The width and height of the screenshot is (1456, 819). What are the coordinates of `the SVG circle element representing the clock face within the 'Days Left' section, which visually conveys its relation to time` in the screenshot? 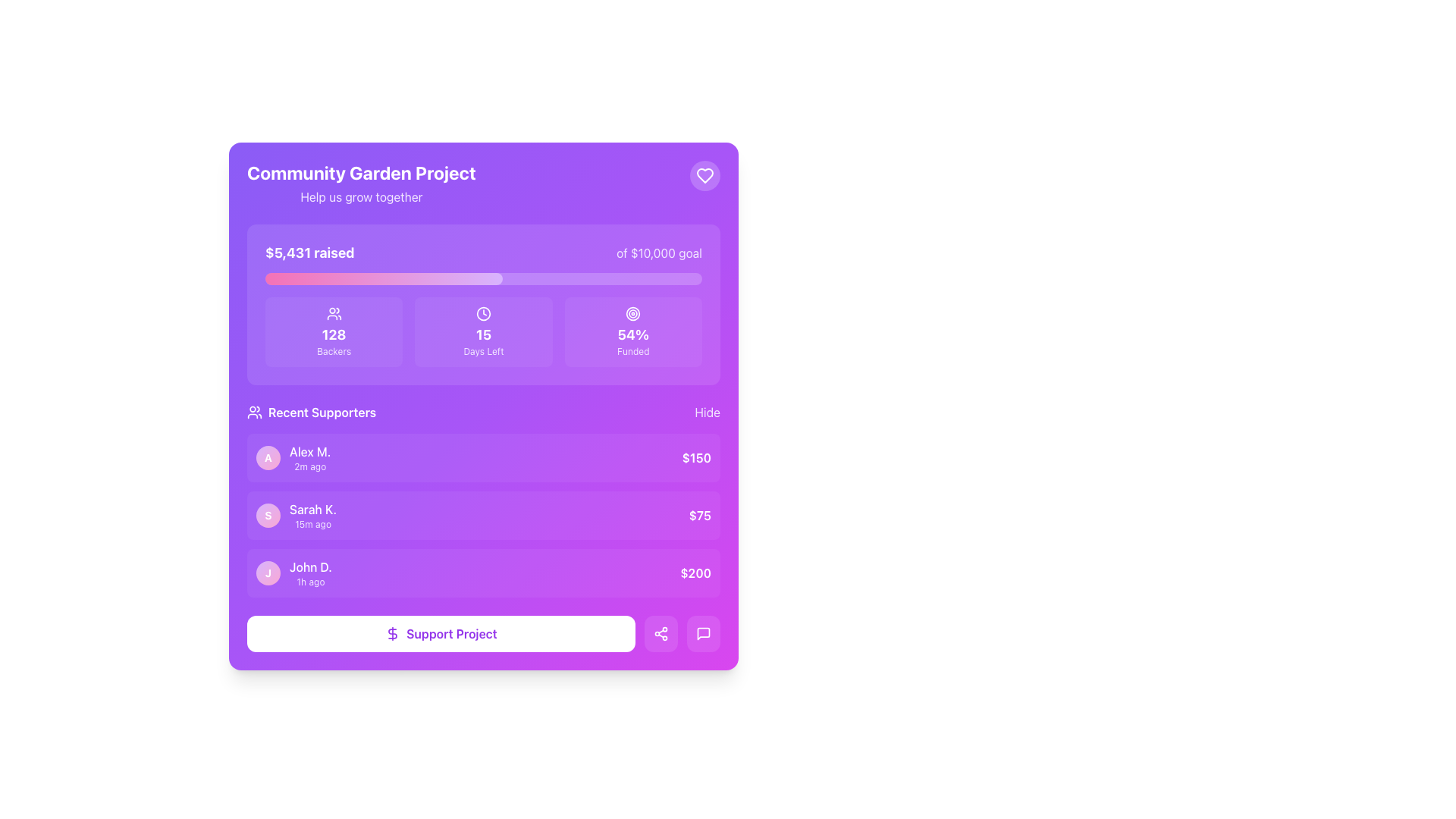 It's located at (483, 312).